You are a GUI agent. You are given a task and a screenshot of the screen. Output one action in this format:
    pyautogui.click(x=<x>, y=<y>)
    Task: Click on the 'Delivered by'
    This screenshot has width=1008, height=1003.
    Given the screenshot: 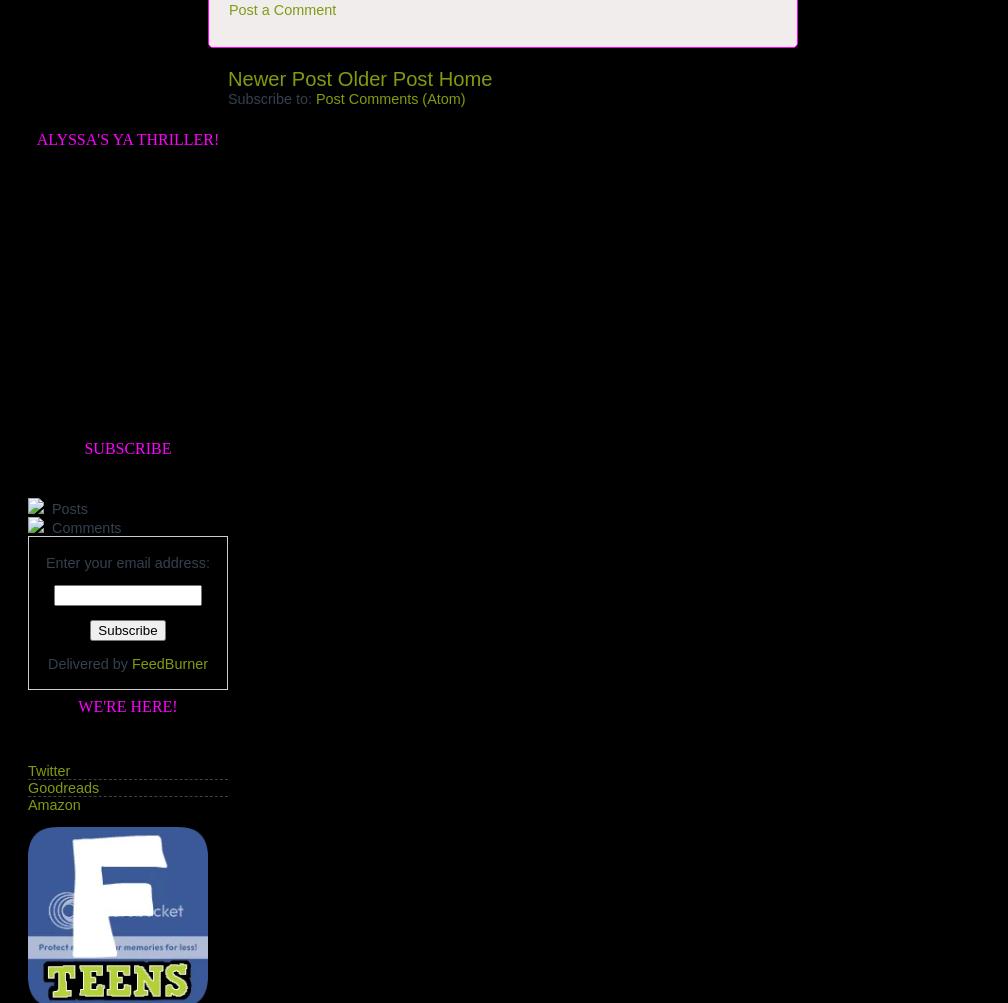 What is the action you would take?
    pyautogui.click(x=89, y=662)
    